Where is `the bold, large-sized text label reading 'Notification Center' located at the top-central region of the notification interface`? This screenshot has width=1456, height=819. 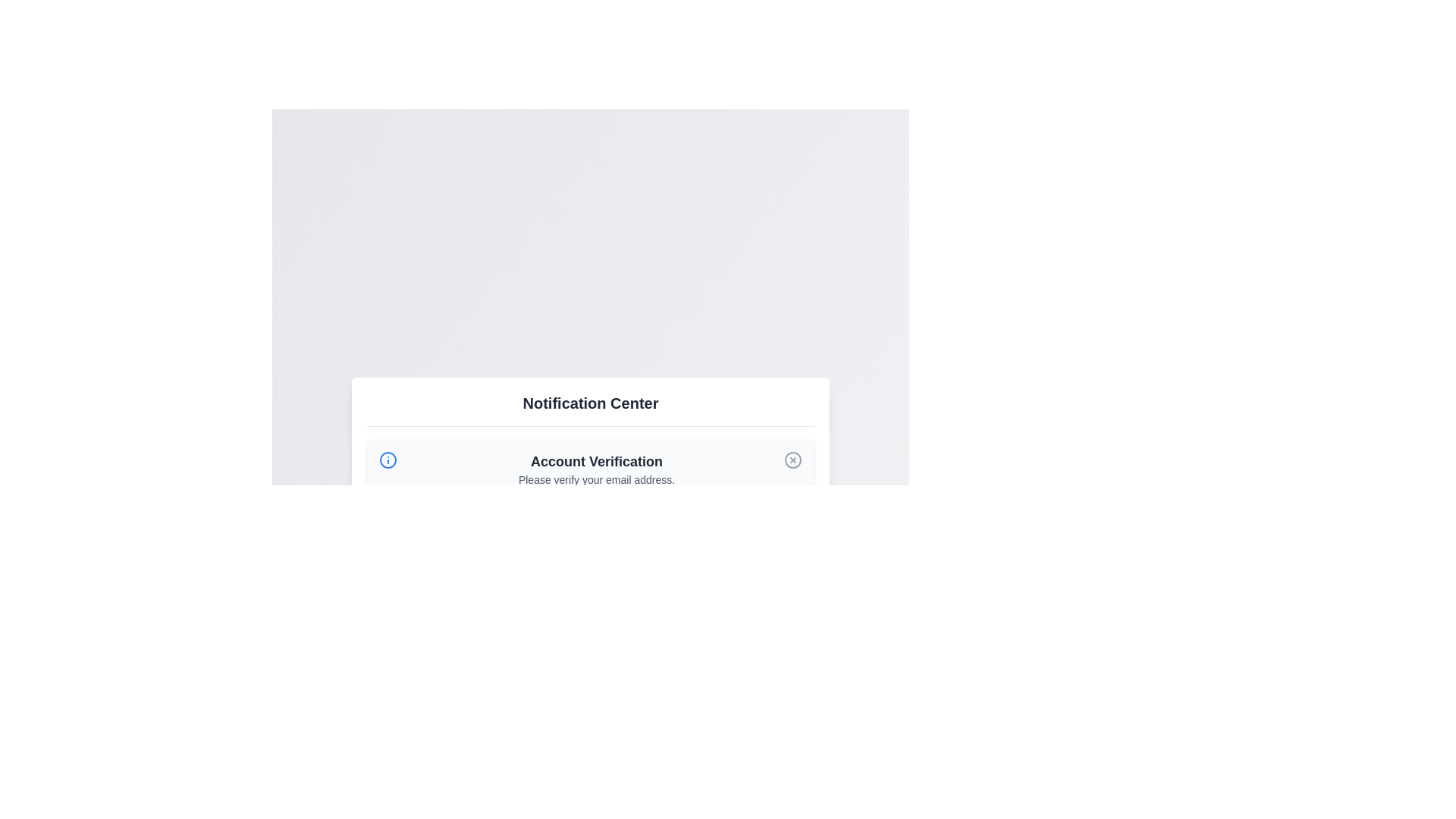
the bold, large-sized text label reading 'Notification Center' located at the top-central region of the notification interface is located at coordinates (589, 402).